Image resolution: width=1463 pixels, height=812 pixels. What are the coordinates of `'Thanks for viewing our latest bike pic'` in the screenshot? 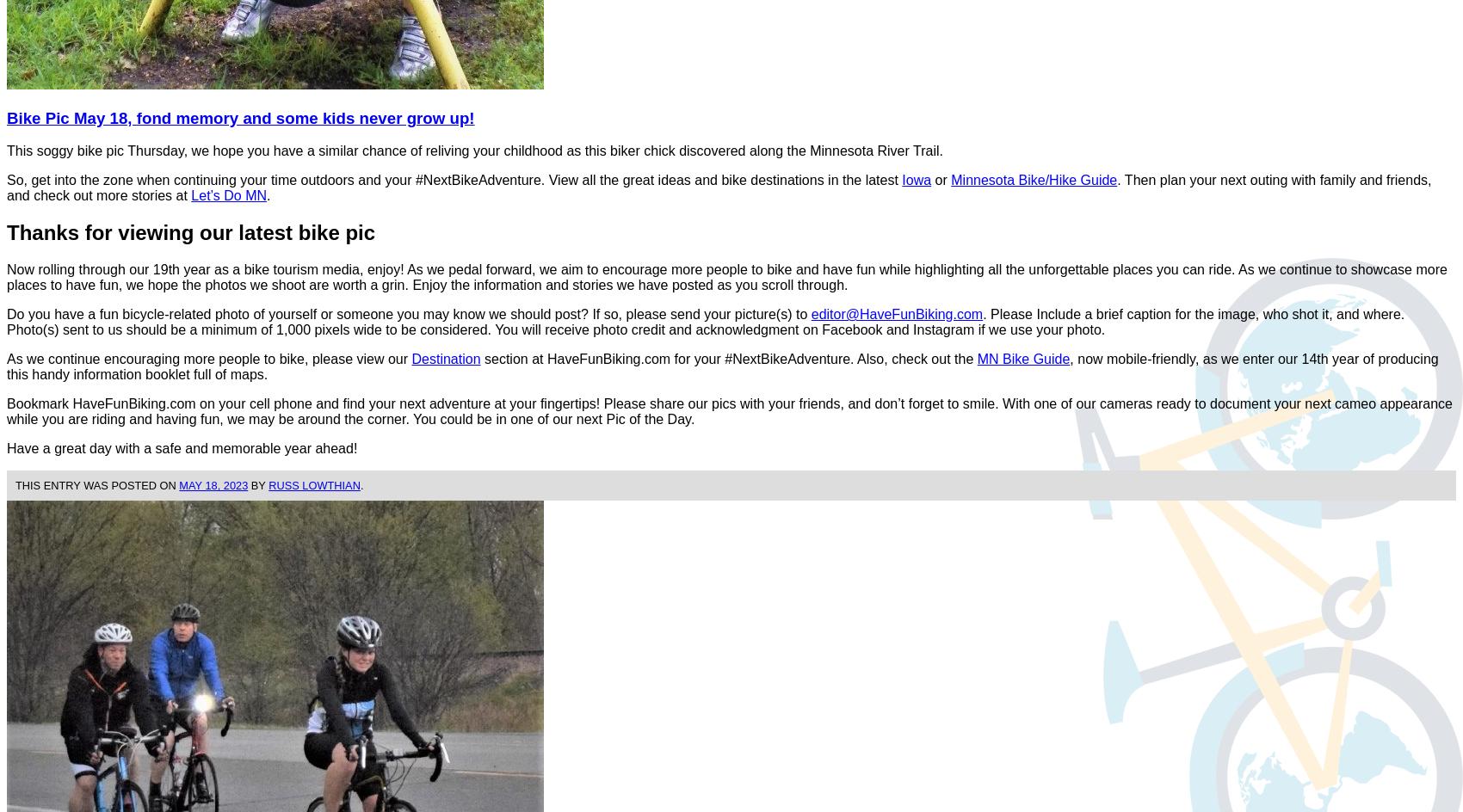 It's located at (191, 232).